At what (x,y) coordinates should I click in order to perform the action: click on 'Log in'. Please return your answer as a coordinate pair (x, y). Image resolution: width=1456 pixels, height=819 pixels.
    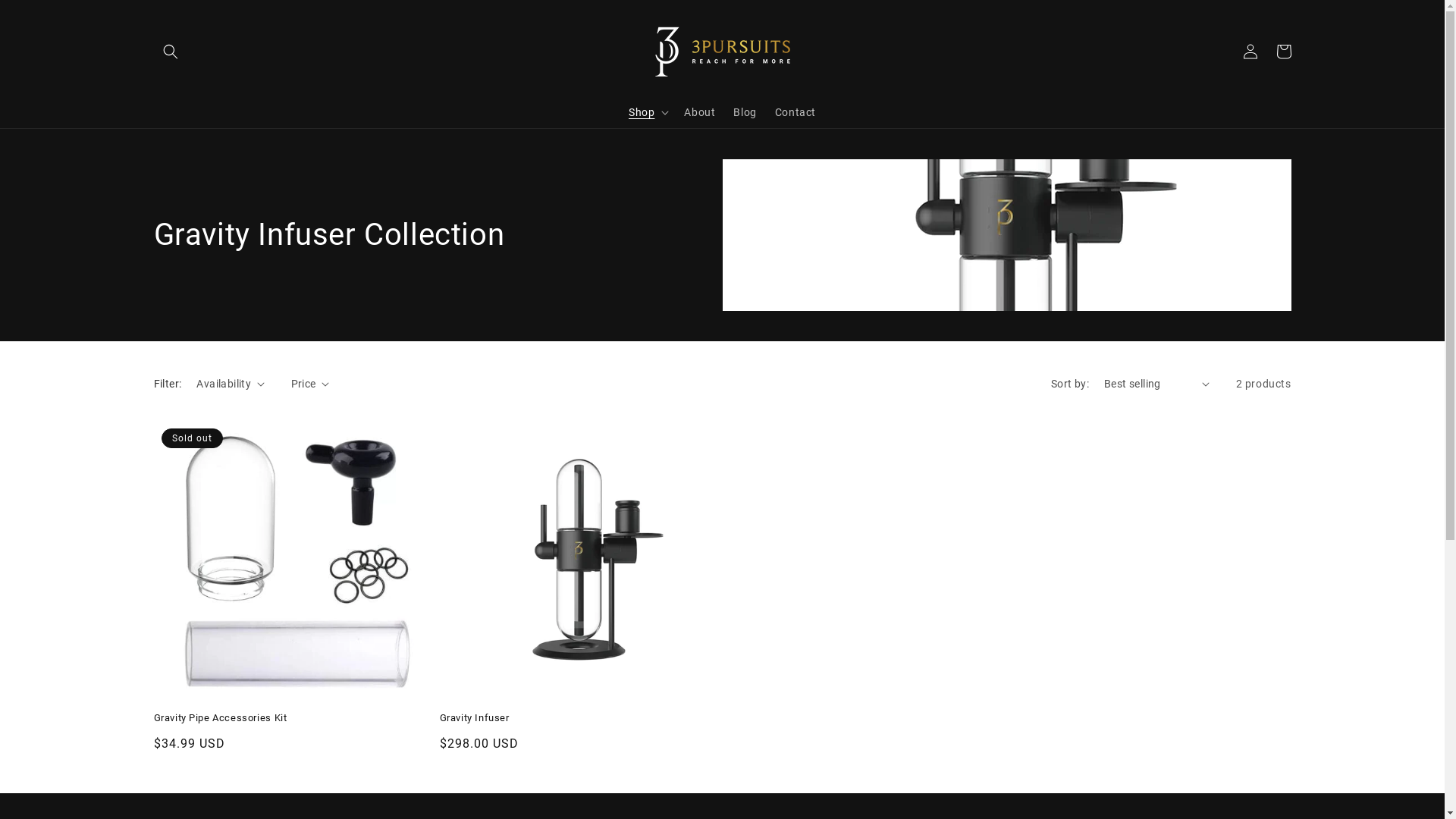
    Looking at the image, I should click on (1249, 51).